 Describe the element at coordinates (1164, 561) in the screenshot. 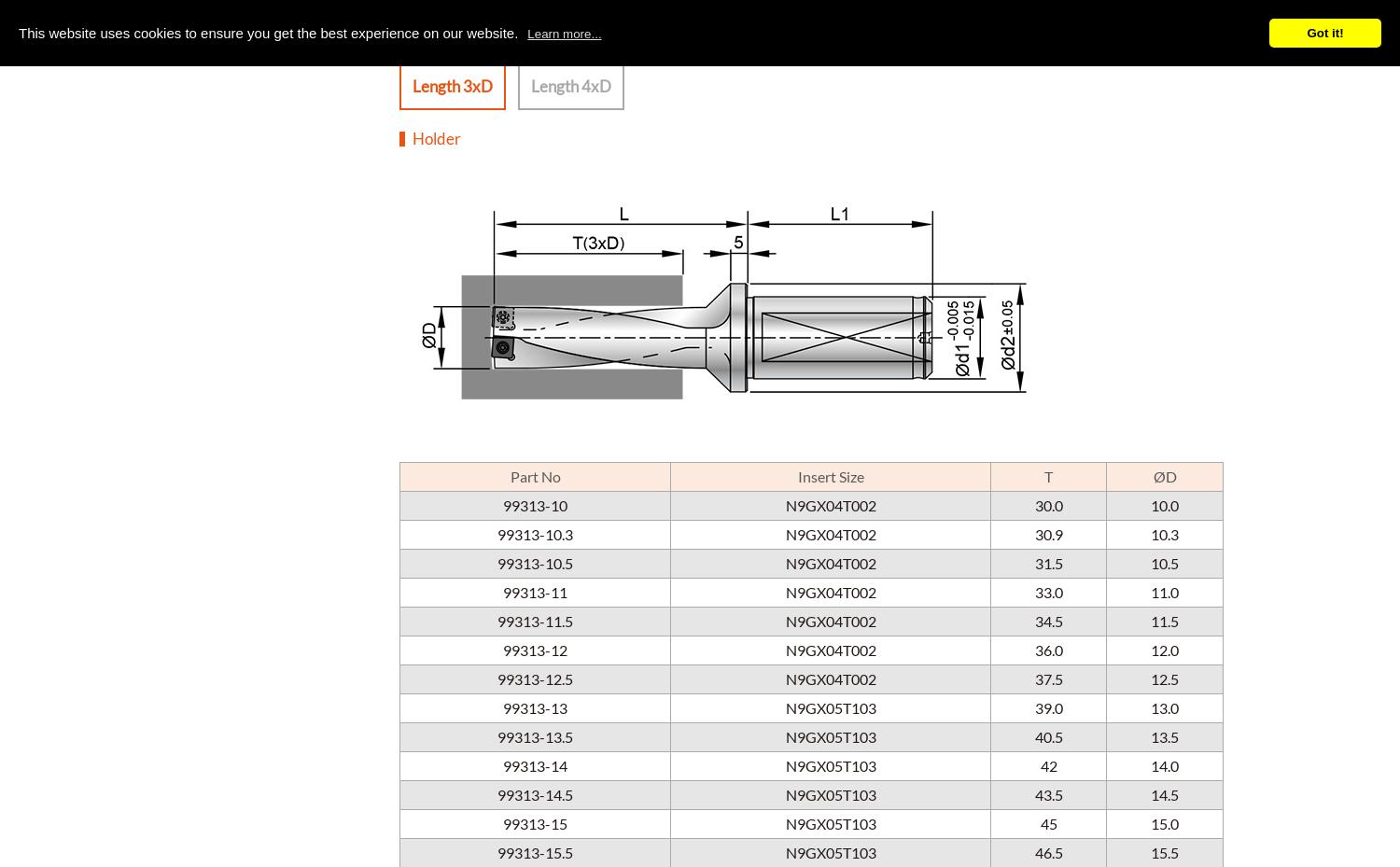

I see `'10.5'` at that location.